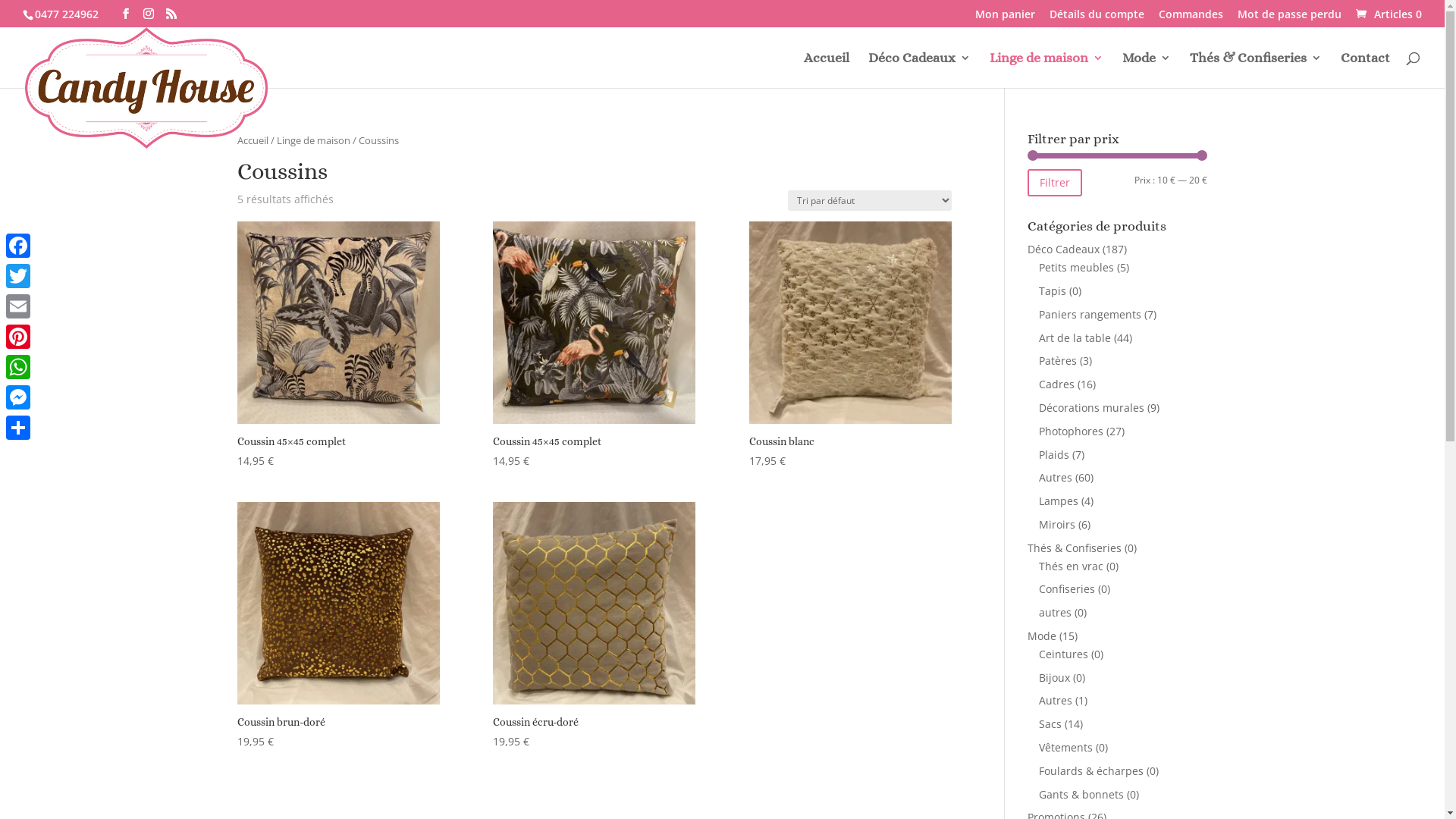 Image resolution: width=1456 pixels, height=819 pixels. What do you see at coordinates (1074, 337) in the screenshot?
I see `'Art de la table'` at bounding box center [1074, 337].